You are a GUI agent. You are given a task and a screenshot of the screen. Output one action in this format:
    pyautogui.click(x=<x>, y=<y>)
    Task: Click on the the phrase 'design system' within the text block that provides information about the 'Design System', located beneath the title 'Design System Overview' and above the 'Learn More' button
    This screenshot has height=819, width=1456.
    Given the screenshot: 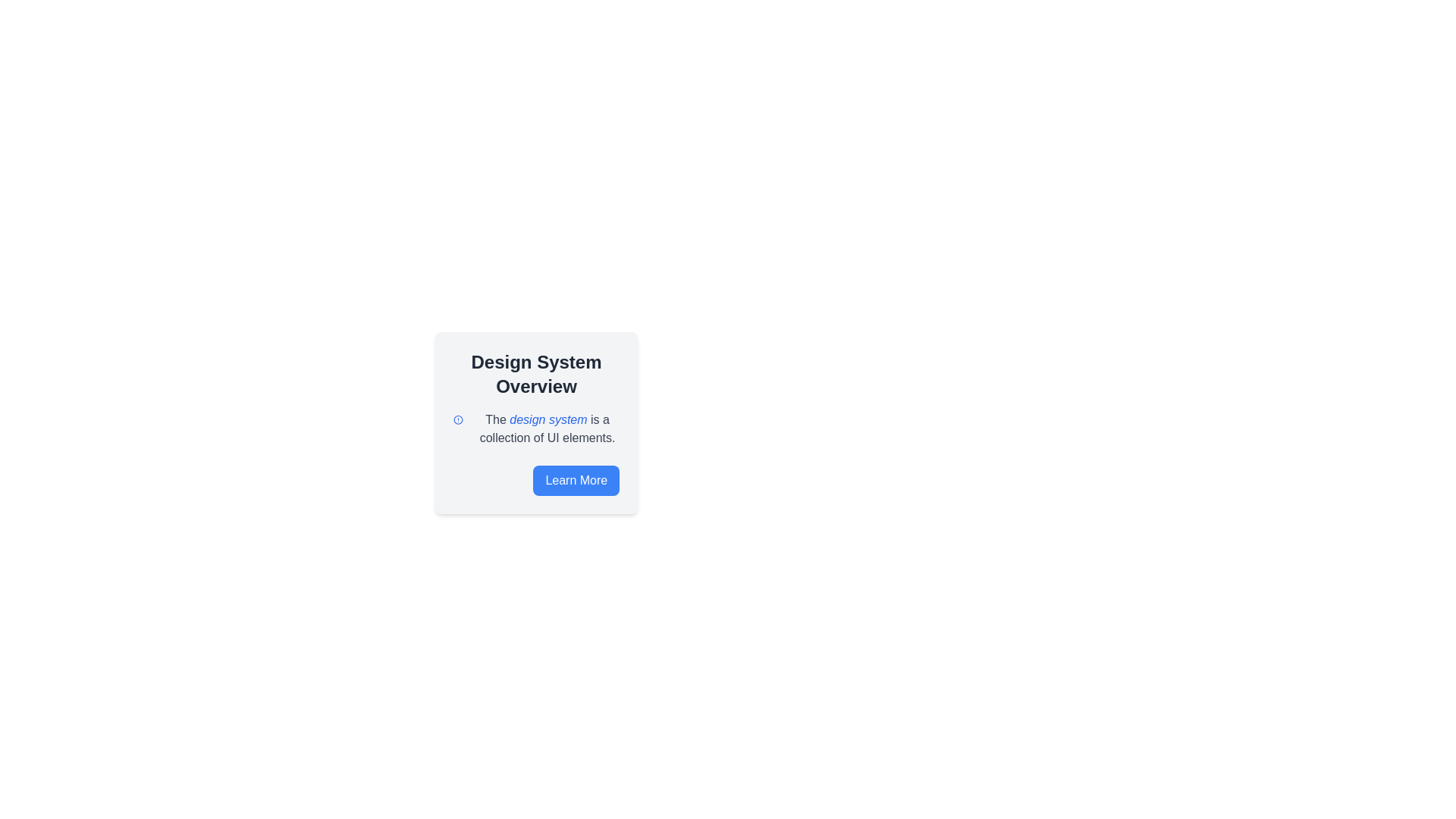 What is the action you would take?
    pyautogui.click(x=546, y=429)
    